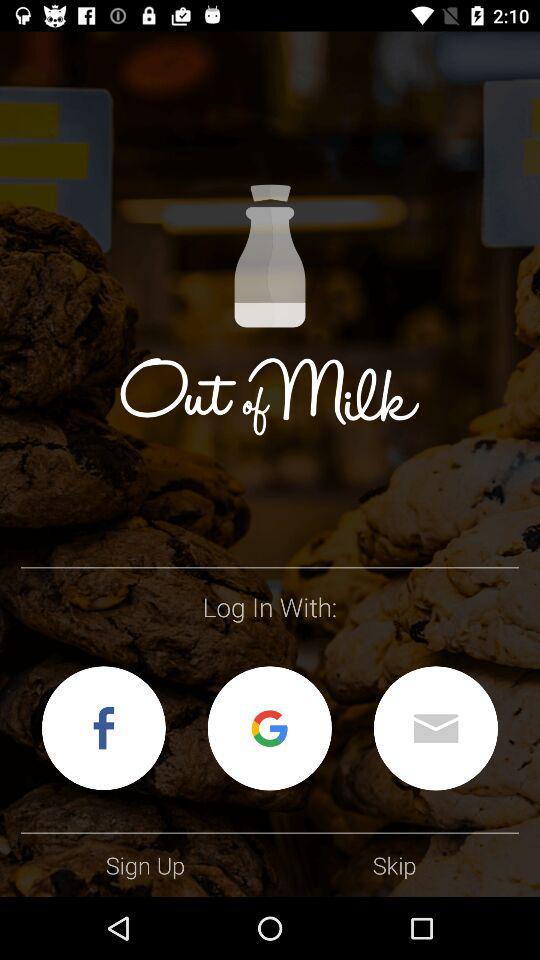 Image resolution: width=540 pixels, height=960 pixels. I want to click on message, so click(434, 727).